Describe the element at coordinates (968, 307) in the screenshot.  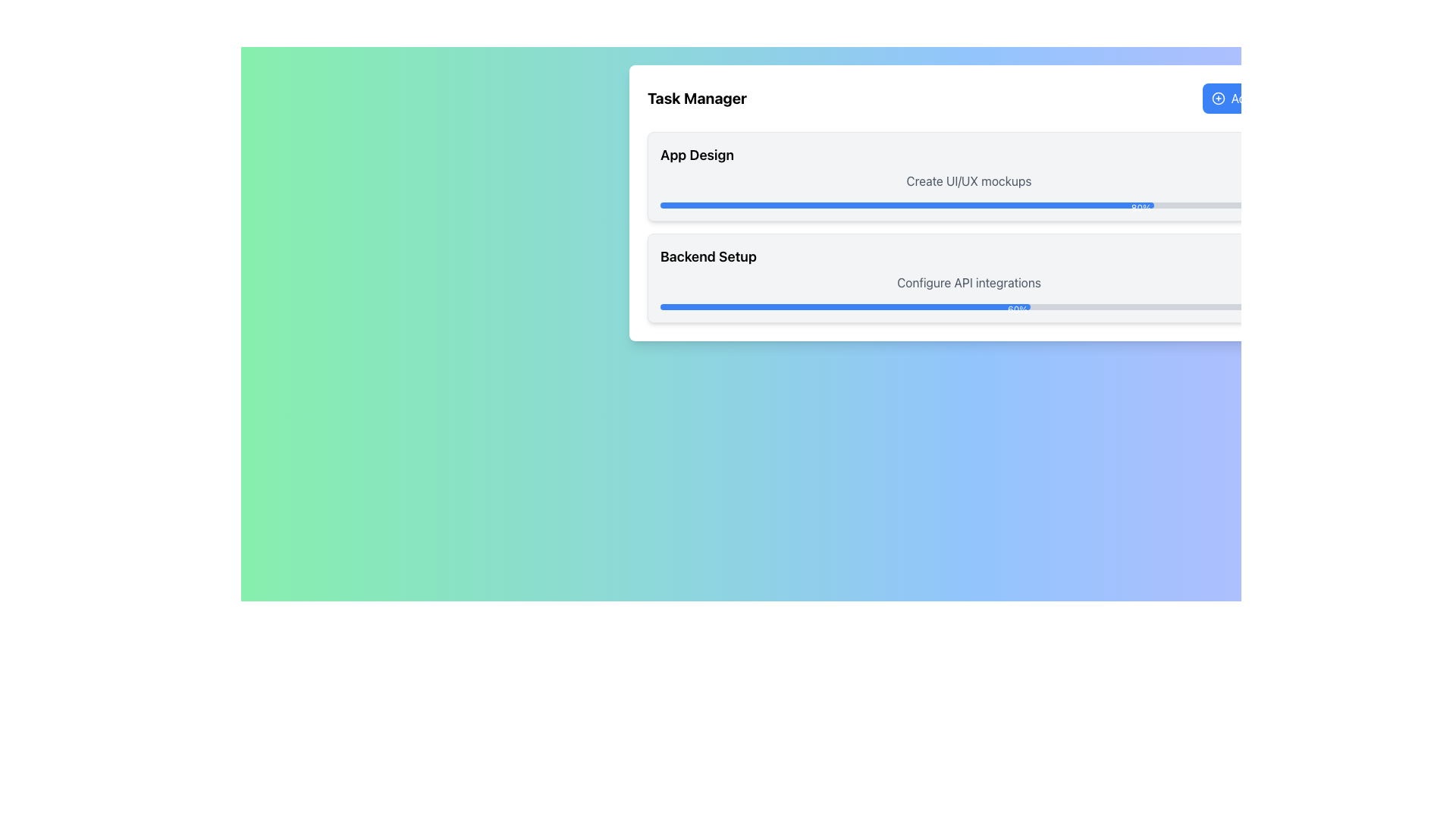
I see `value '60%' from the horizontal progress bar located in the 'Backend Setup' card below the text 'Configure API integrations'` at that location.